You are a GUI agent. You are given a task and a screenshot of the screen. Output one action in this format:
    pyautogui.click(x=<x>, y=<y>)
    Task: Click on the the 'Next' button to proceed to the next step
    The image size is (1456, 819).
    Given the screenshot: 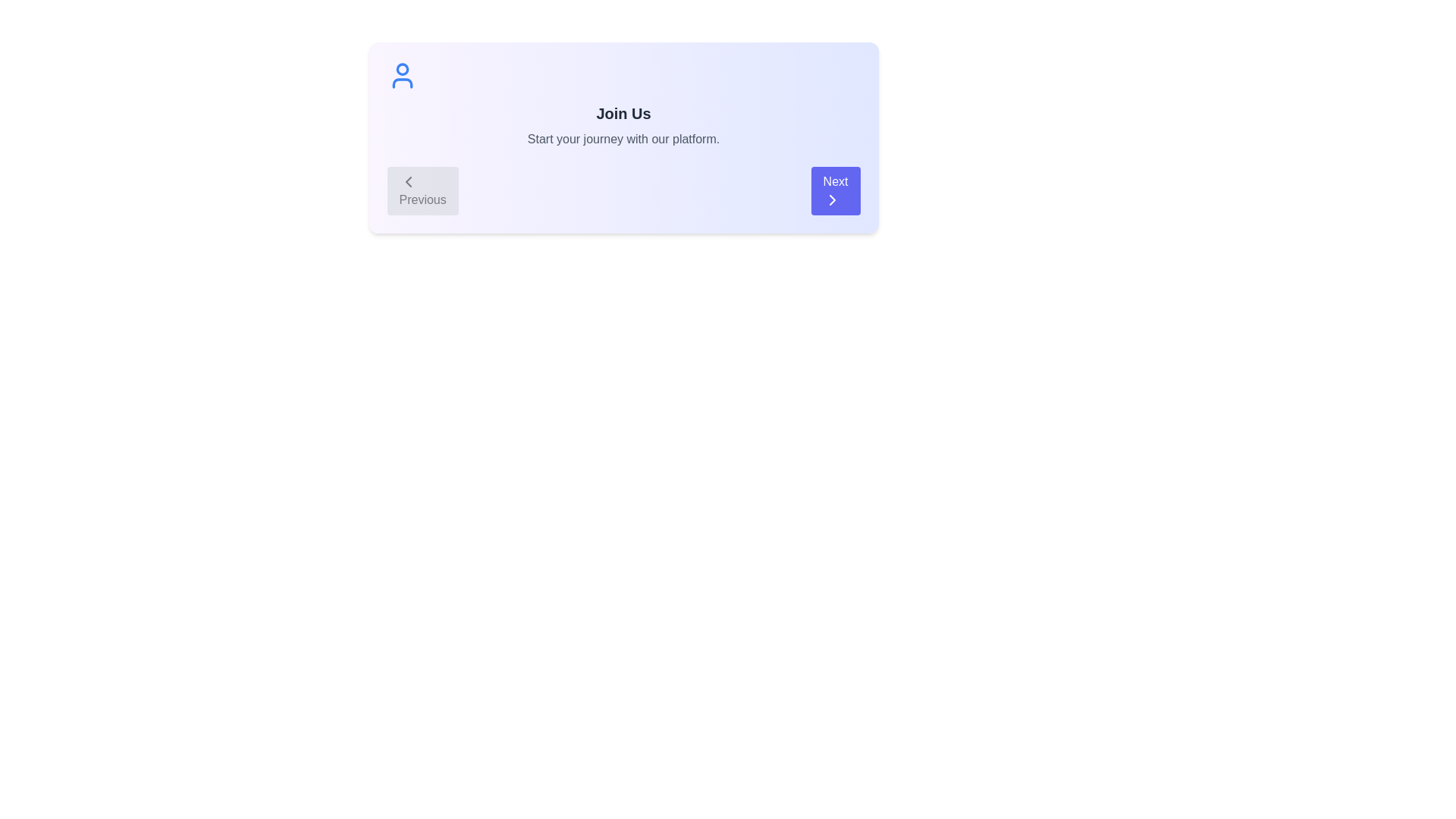 What is the action you would take?
    pyautogui.click(x=835, y=190)
    